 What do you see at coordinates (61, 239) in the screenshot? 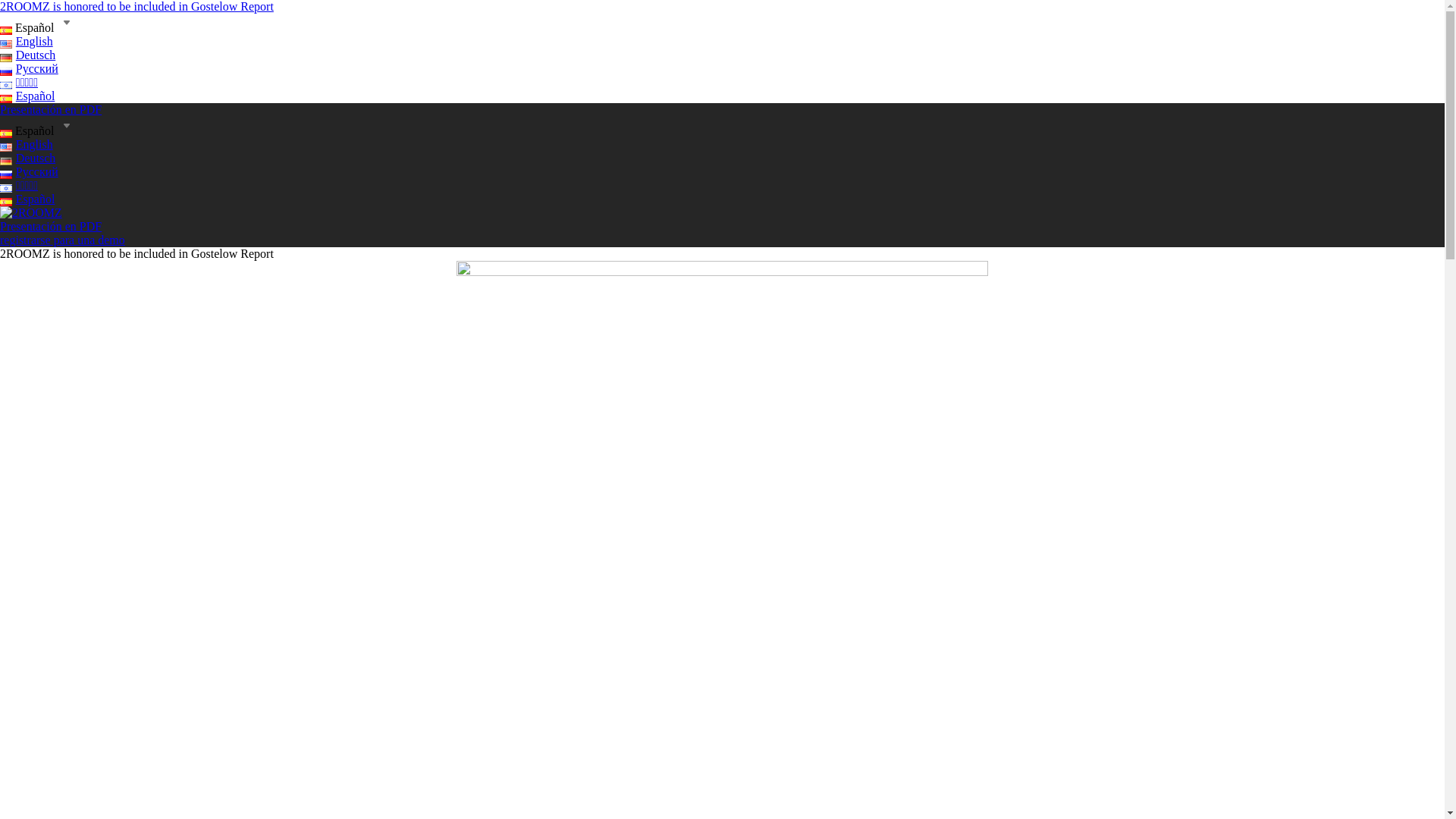
I see `'registrarse para una demo'` at bounding box center [61, 239].